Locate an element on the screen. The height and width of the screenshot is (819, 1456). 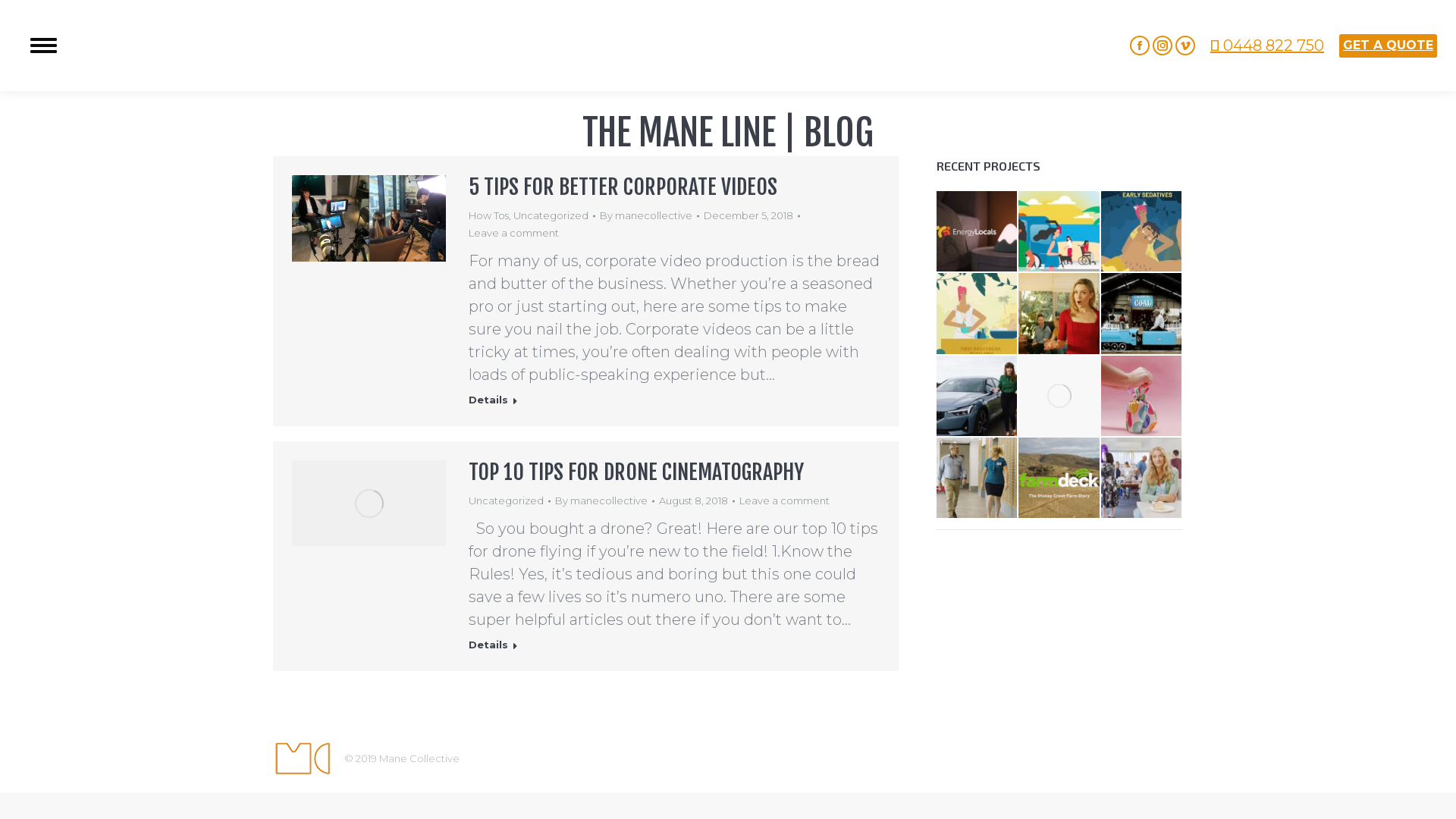
'Details' is located at coordinates (493, 647).